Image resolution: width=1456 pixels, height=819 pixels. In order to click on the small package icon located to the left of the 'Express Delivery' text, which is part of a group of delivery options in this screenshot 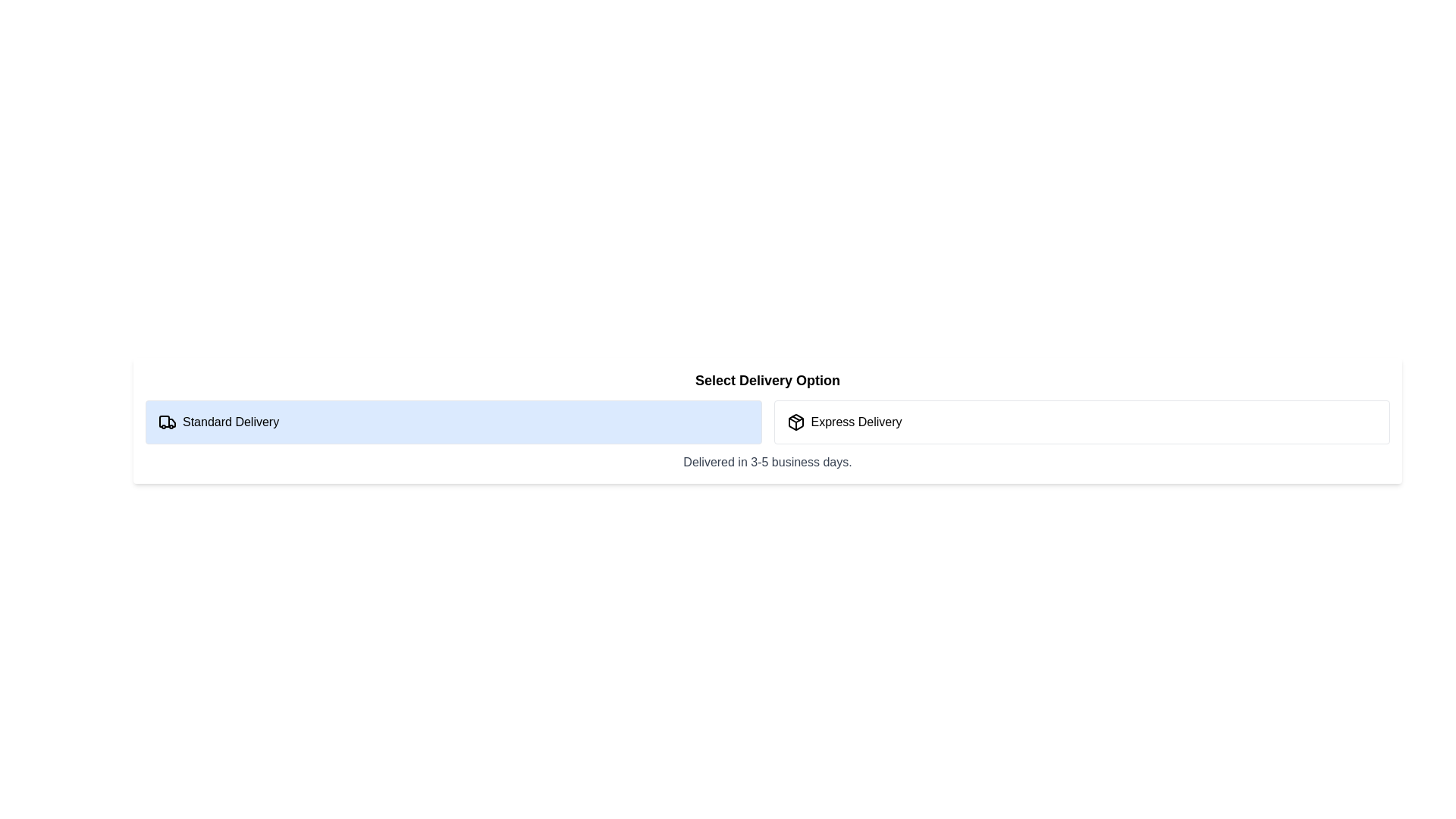, I will do `click(795, 422)`.